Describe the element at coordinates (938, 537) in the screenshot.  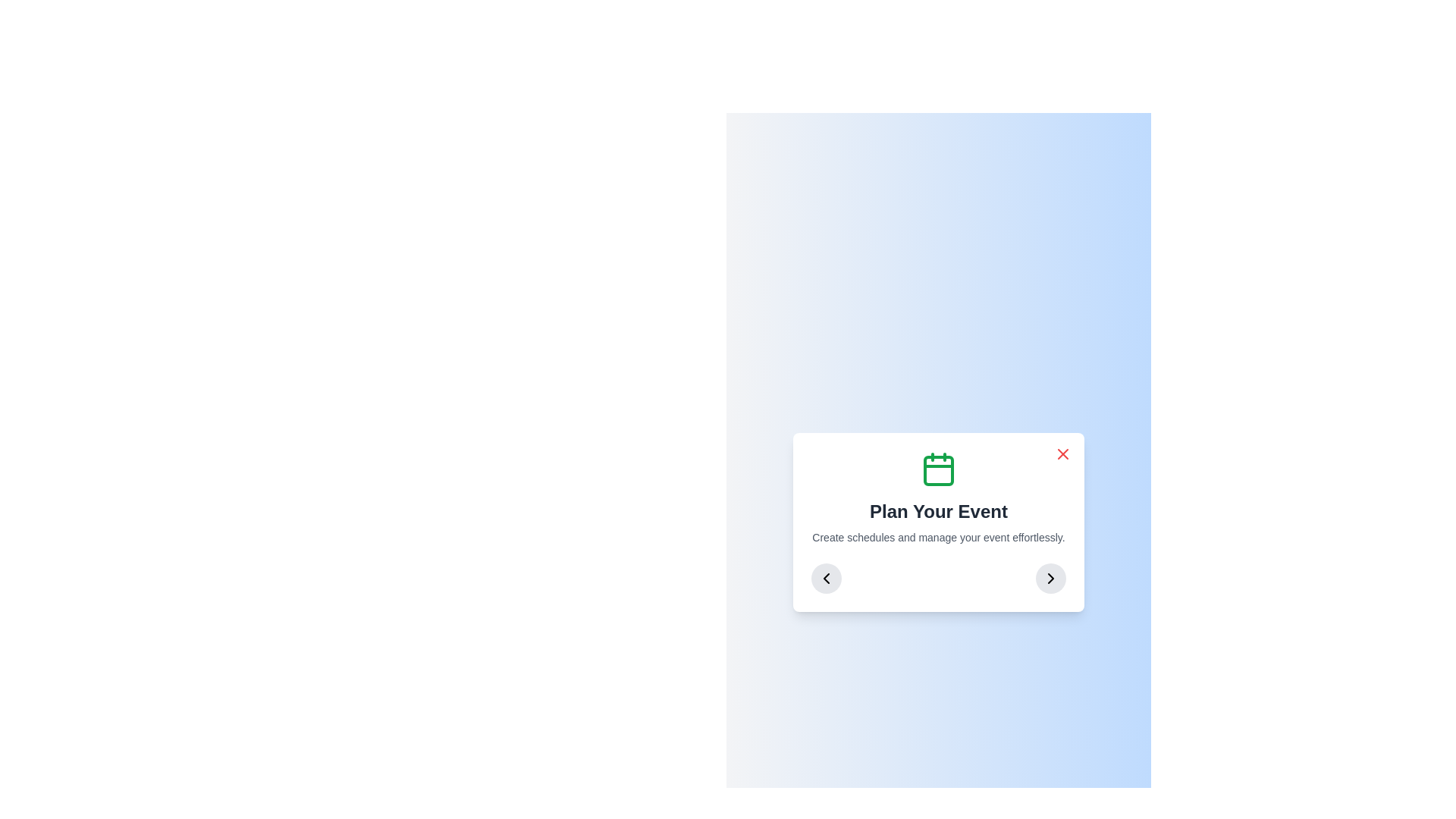
I see `the text block displaying 'Create schedules and manage your event effortlessly.' which is styled in a smaller font size and gray color, positioned beneath the header 'Plan Your Event.'` at that location.